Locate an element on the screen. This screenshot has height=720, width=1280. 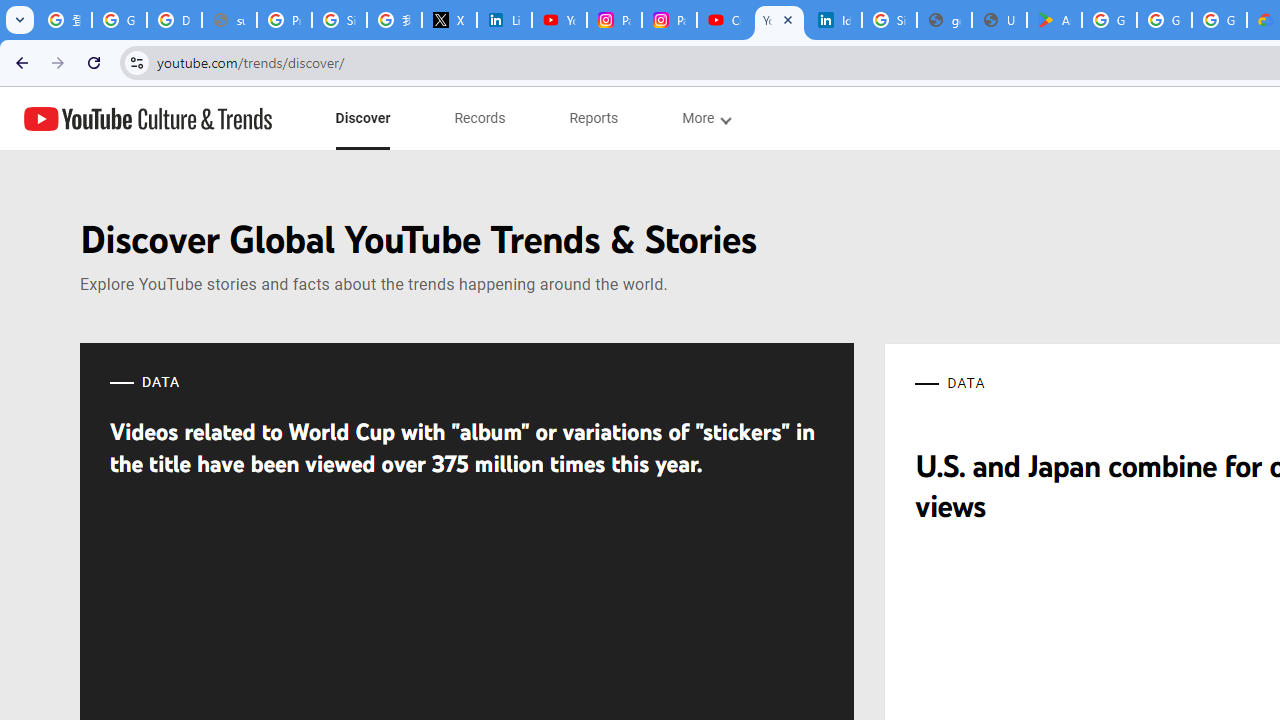
'User Details' is located at coordinates (999, 20).